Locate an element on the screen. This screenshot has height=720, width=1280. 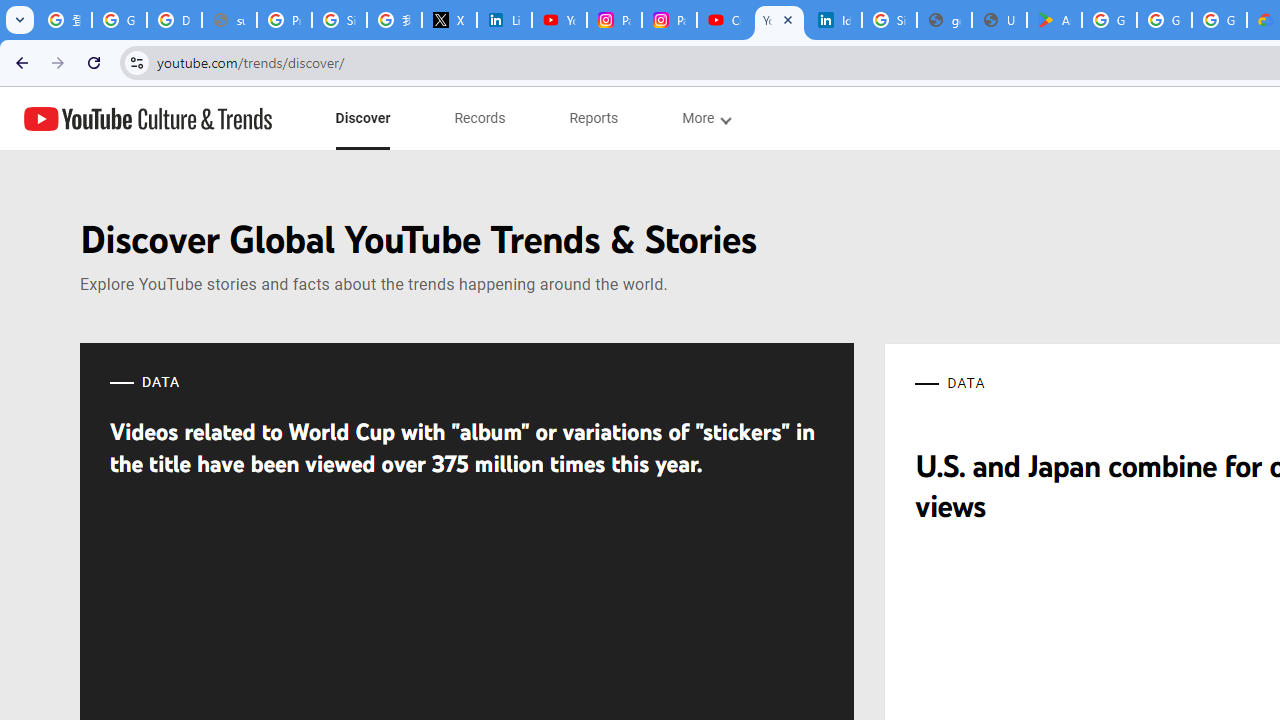
'User Details' is located at coordinates (999, 20).